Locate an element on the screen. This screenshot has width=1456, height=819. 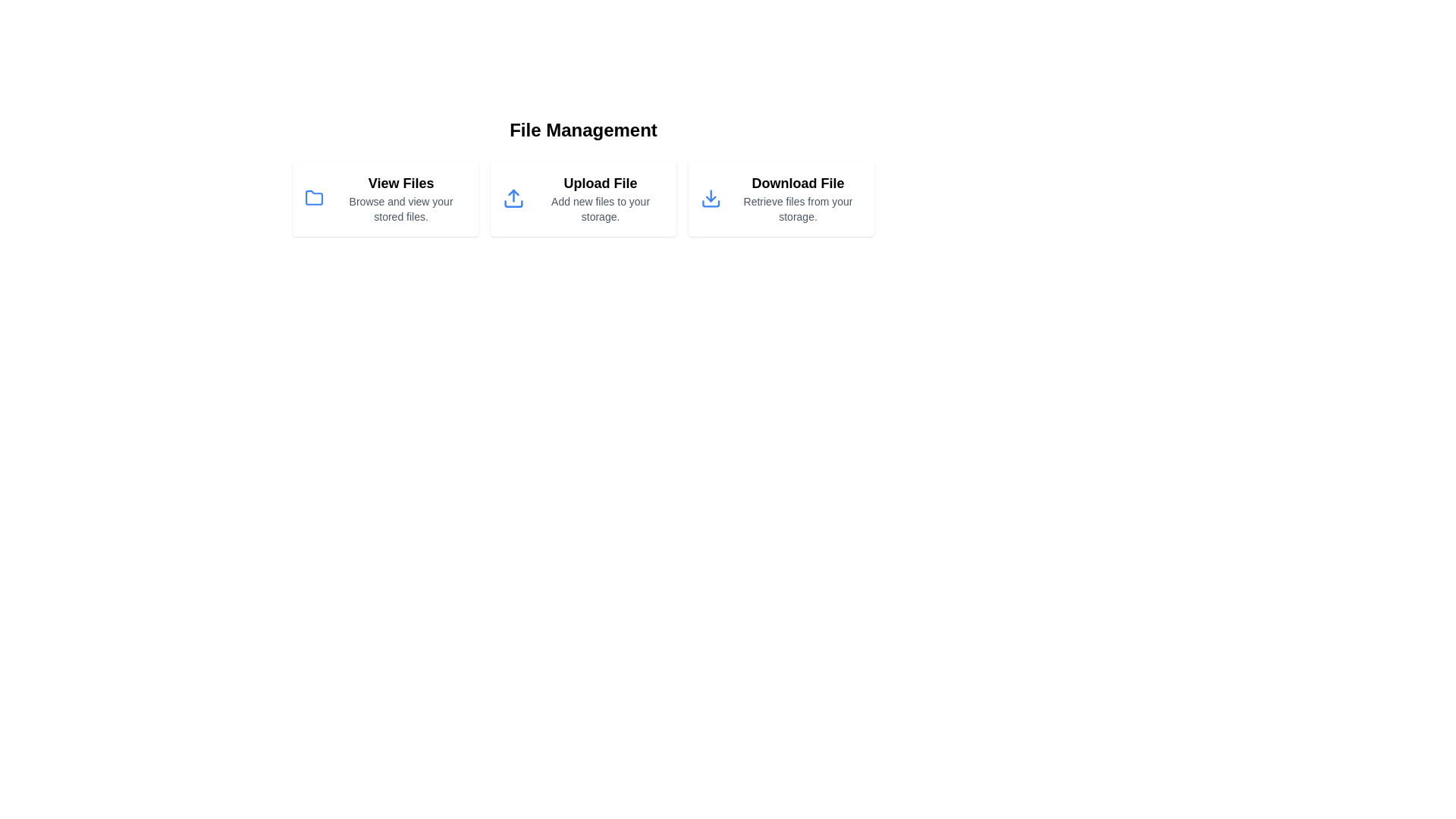
the upload icon located in the central card of the 'File Management' section, above the text 'Upload FileAdd new files to your storage.' is located at coordinates (513, 198).